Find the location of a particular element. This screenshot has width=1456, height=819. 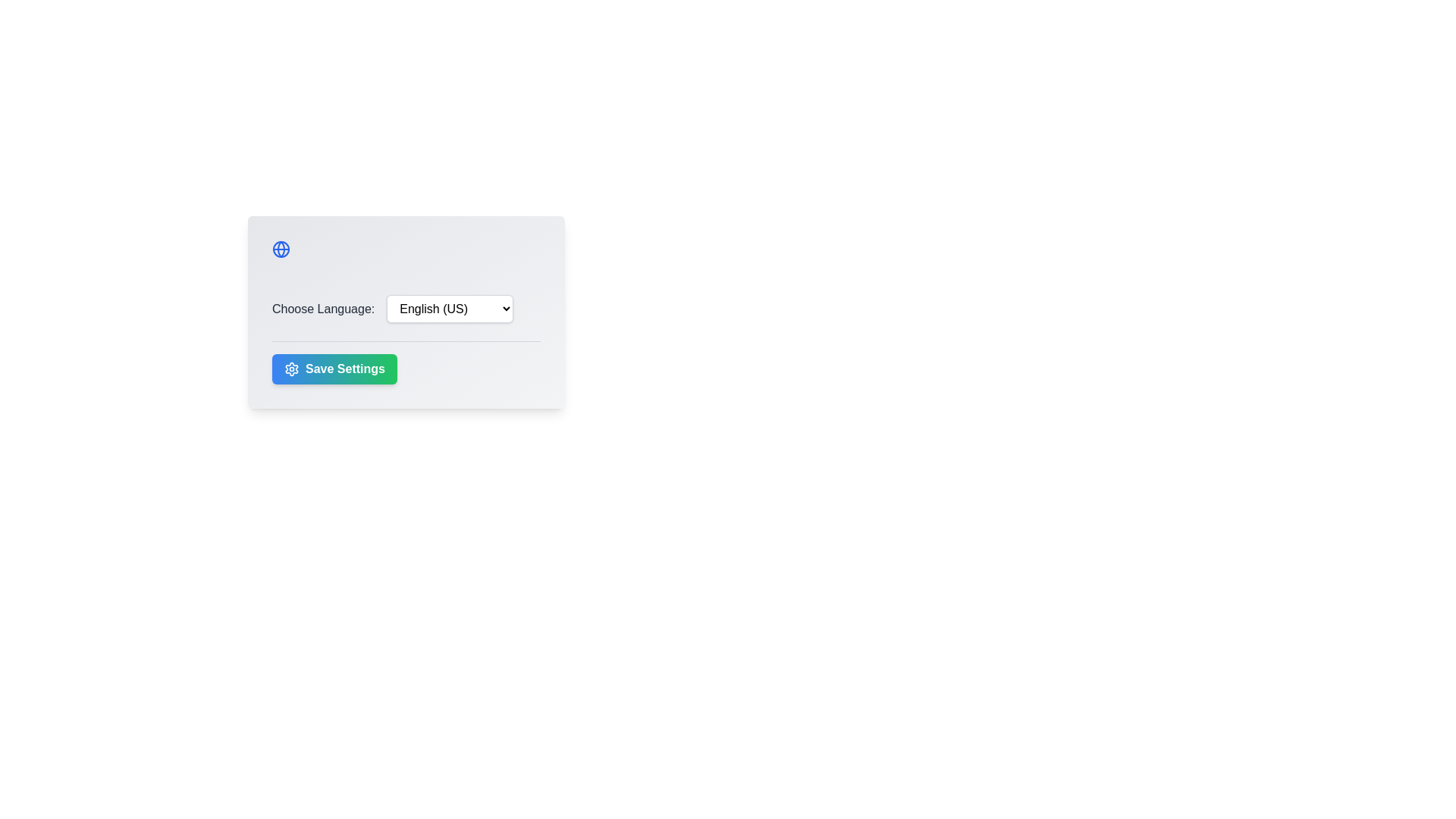

the dropdown menu styled with a white background and displaying 'English (US)' is located at coordinates (449, 308).